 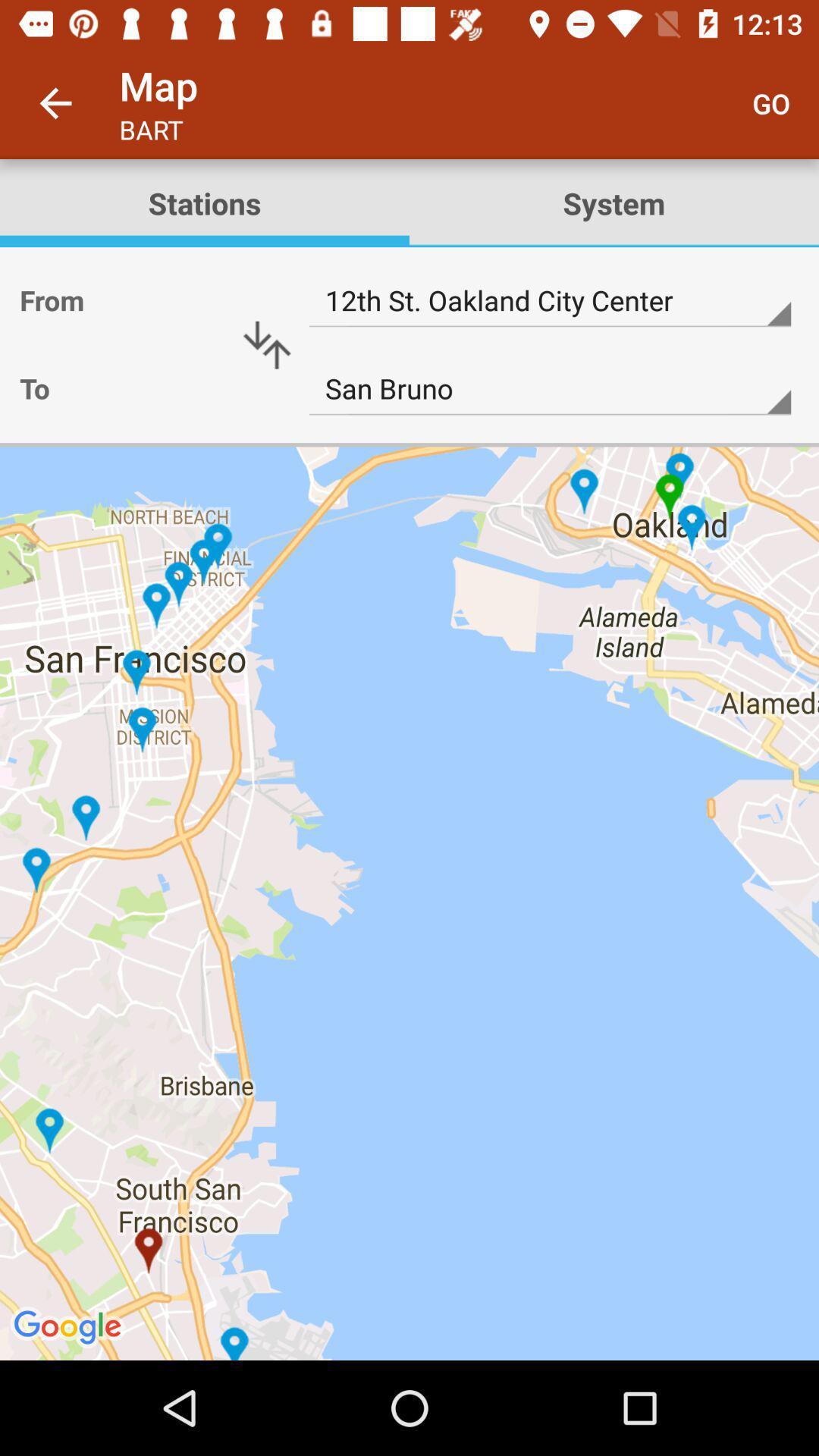 What do you see at coordinates (266, 344) in the screenshot?
I see `icon to the left of 12th st oakland item` at bounding box center [266, 344].